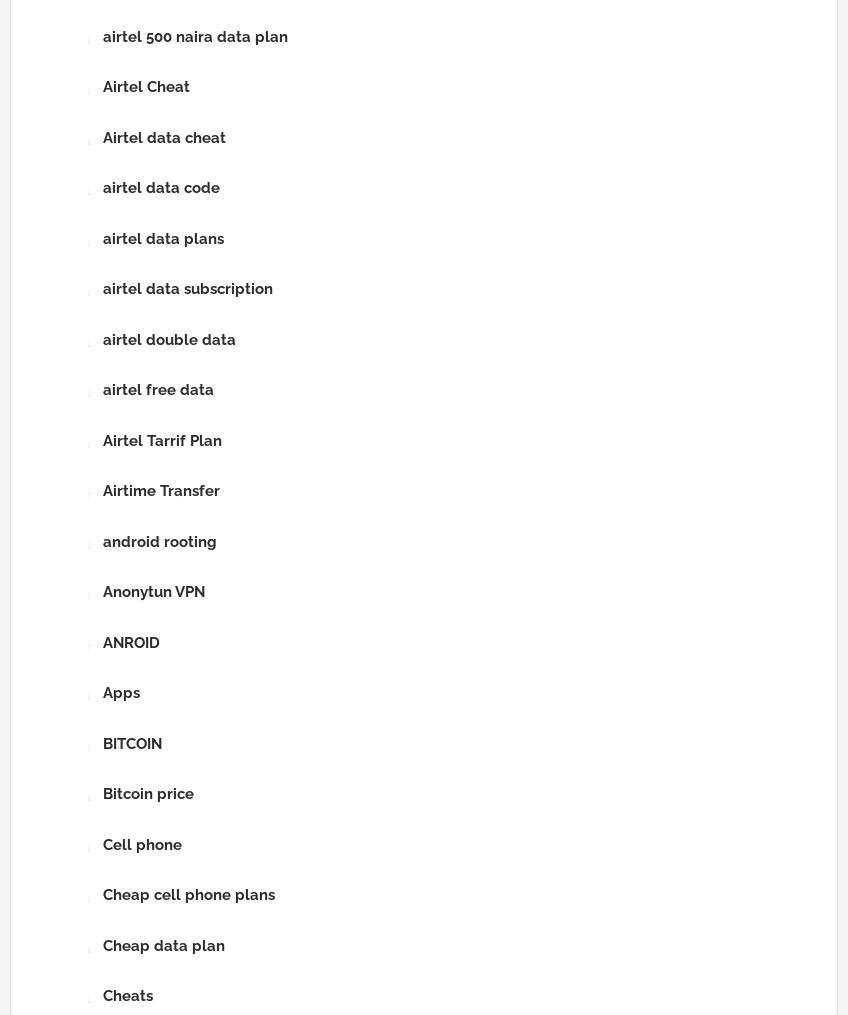 The image size is (848, 1015). I want to click on 'airtel data plans', so click(163, 238).